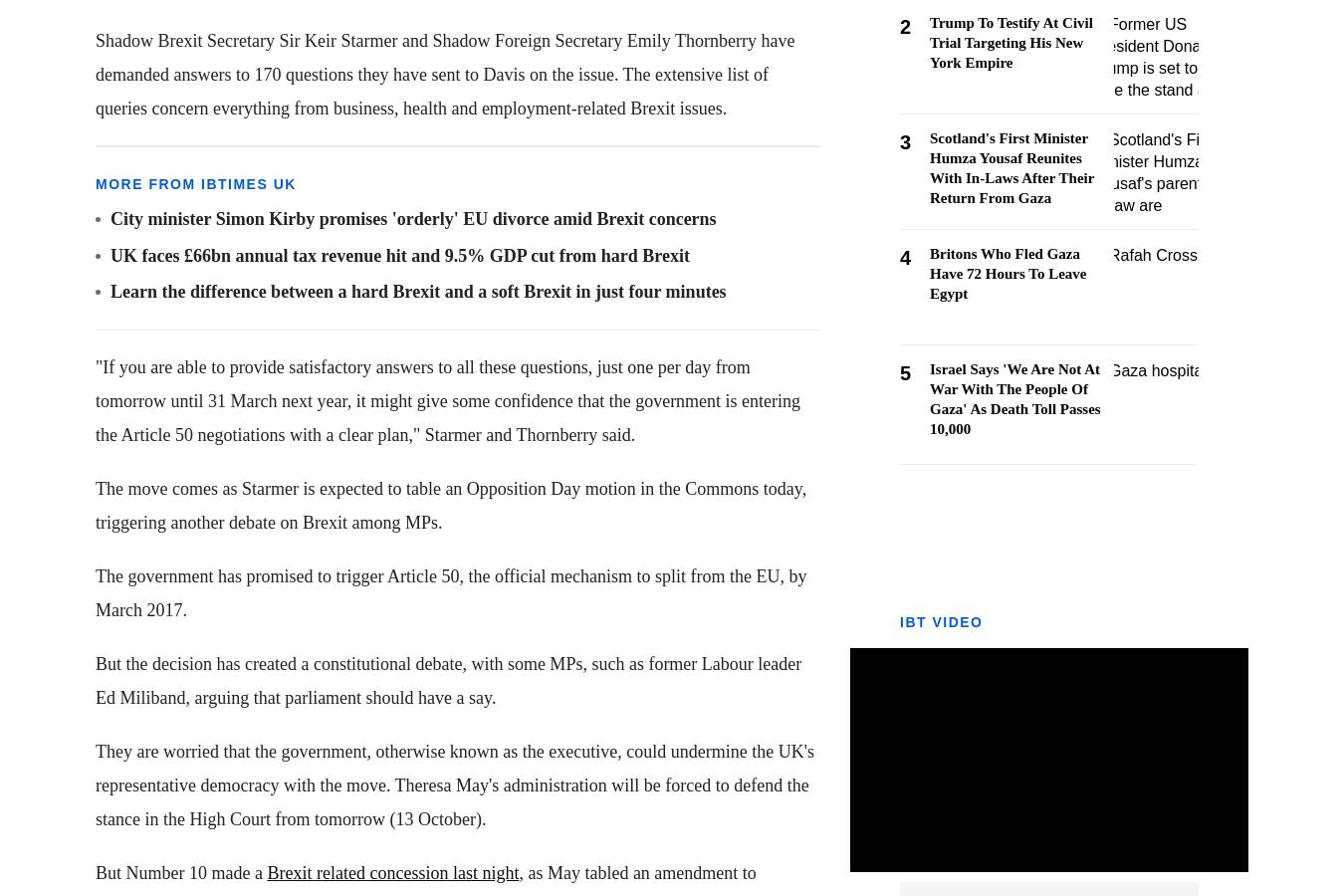 The image size is (1344, 896). I want to click on '- eSports', so click(52, 367).